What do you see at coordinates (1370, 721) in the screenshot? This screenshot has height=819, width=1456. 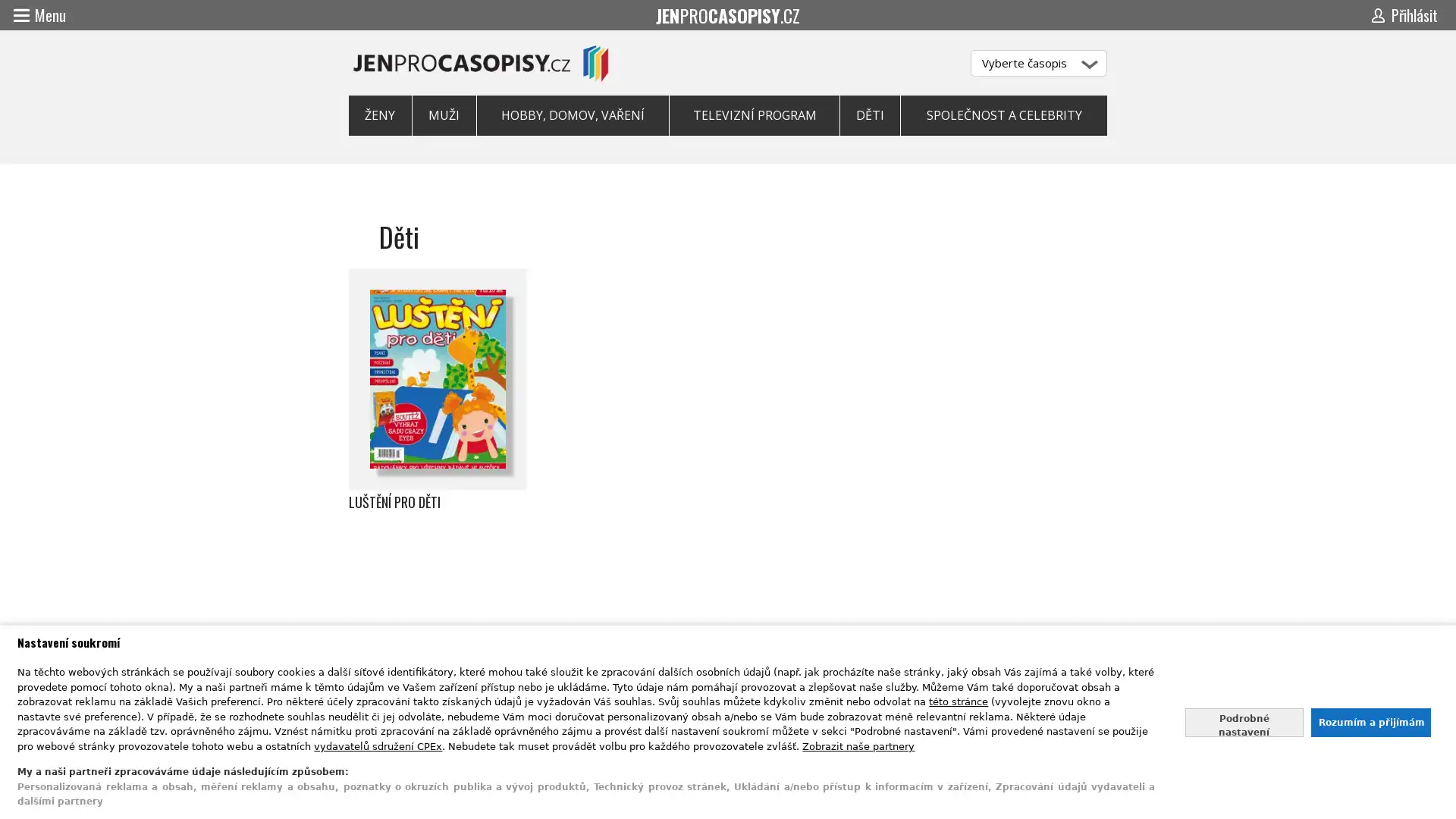 I see `Souhlasit s nasim zpracovanim udaju a zavrit` at bounding box center [1370, 721].